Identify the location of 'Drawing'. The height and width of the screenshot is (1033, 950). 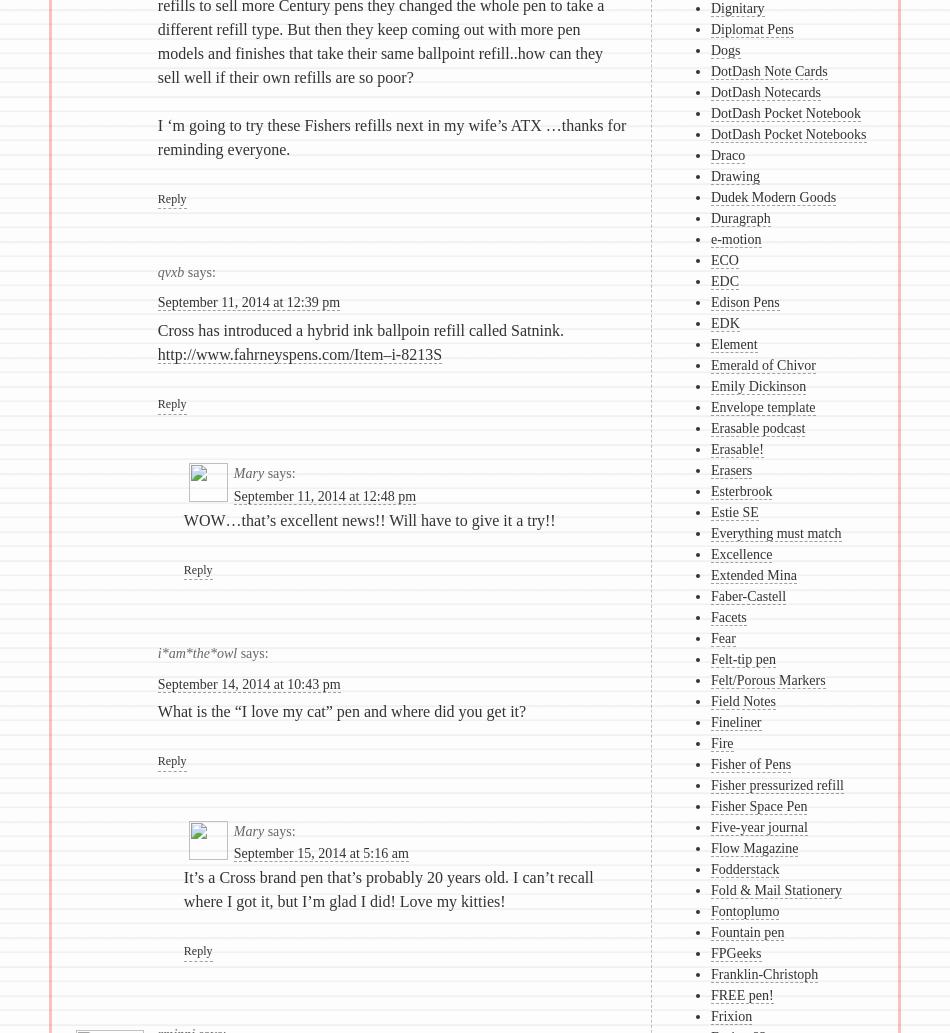
(733, 175).